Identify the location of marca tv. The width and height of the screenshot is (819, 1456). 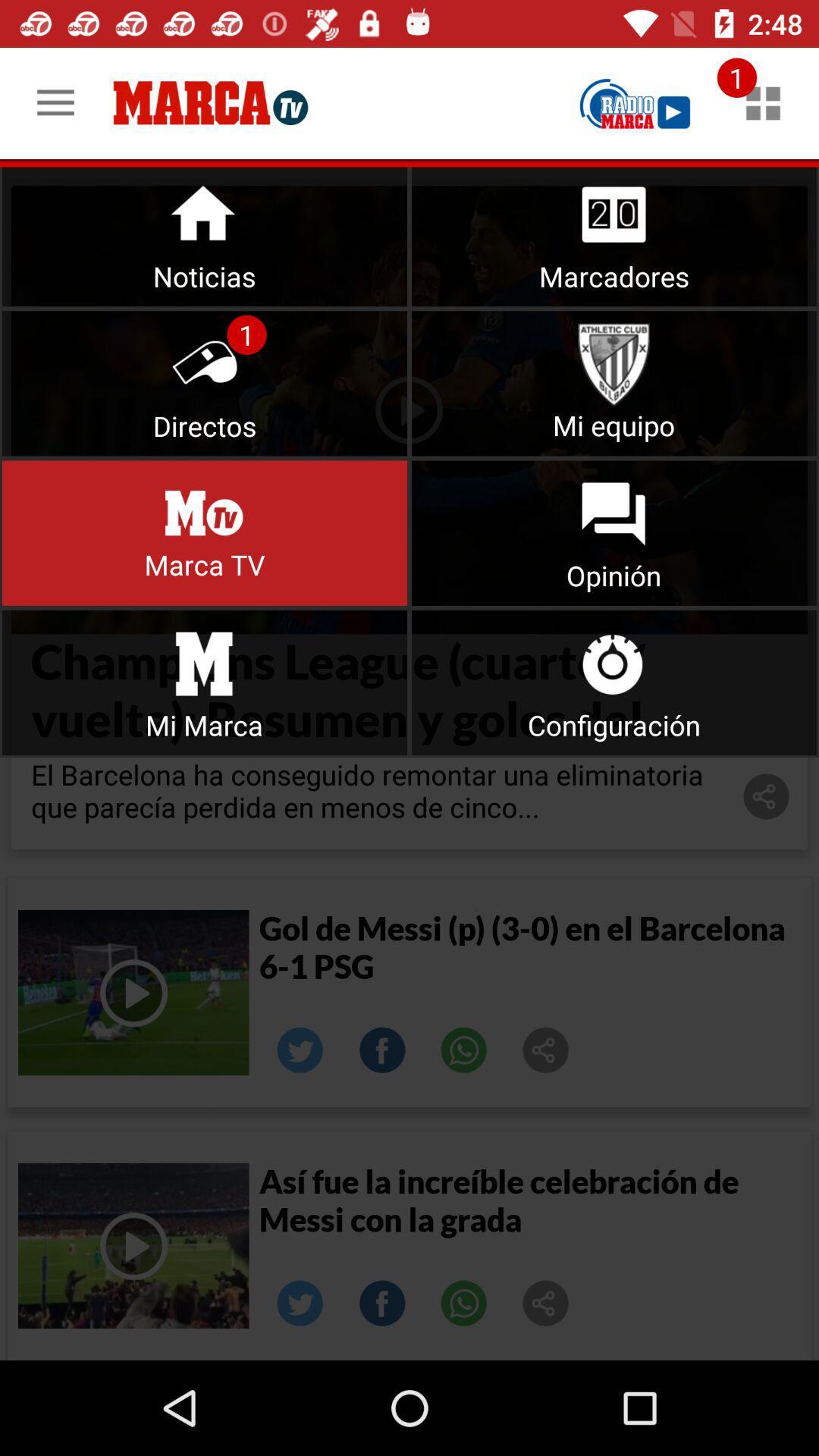
(205, 533).